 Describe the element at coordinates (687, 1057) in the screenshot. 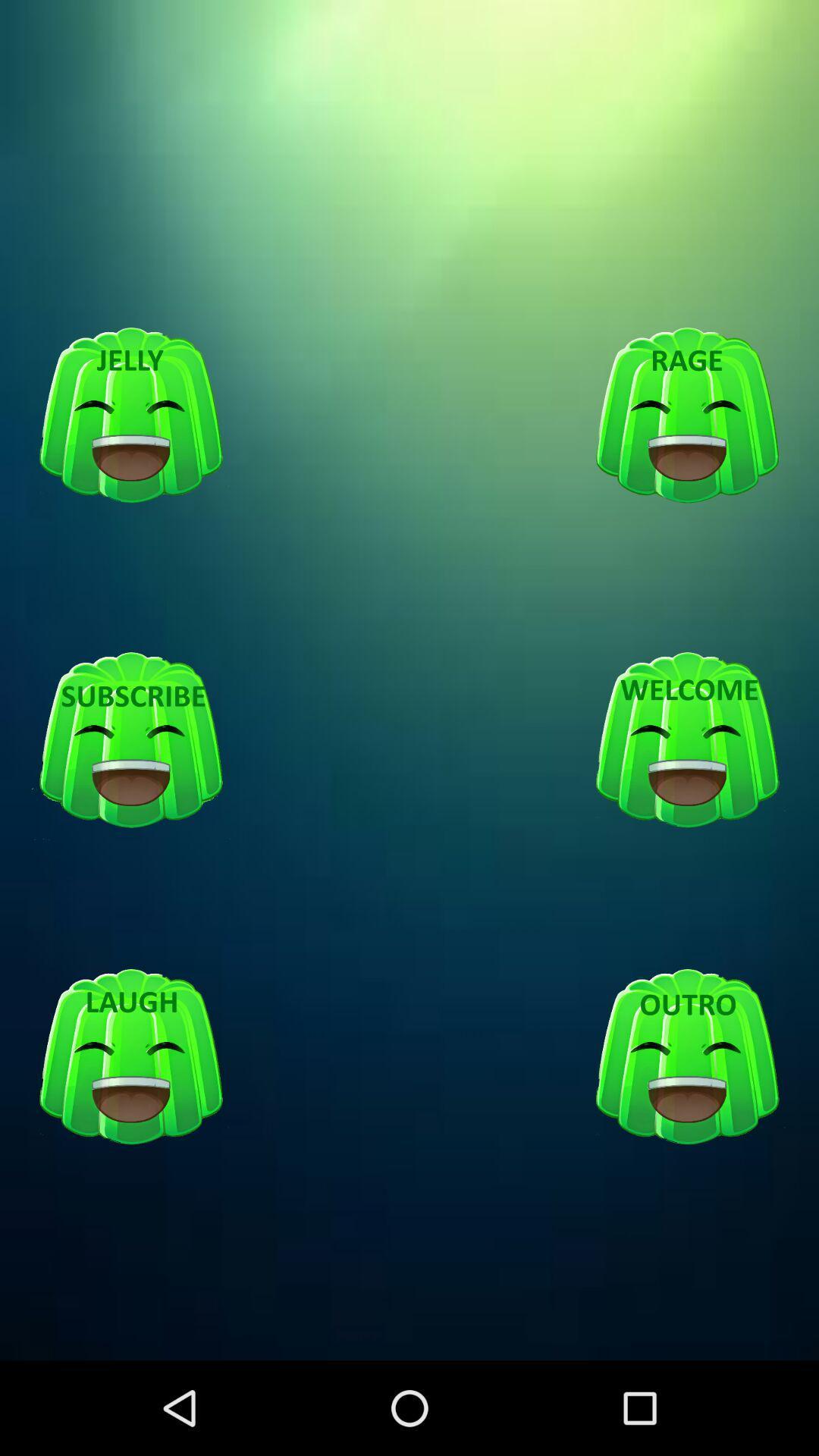

I see `outro icon` at that location.